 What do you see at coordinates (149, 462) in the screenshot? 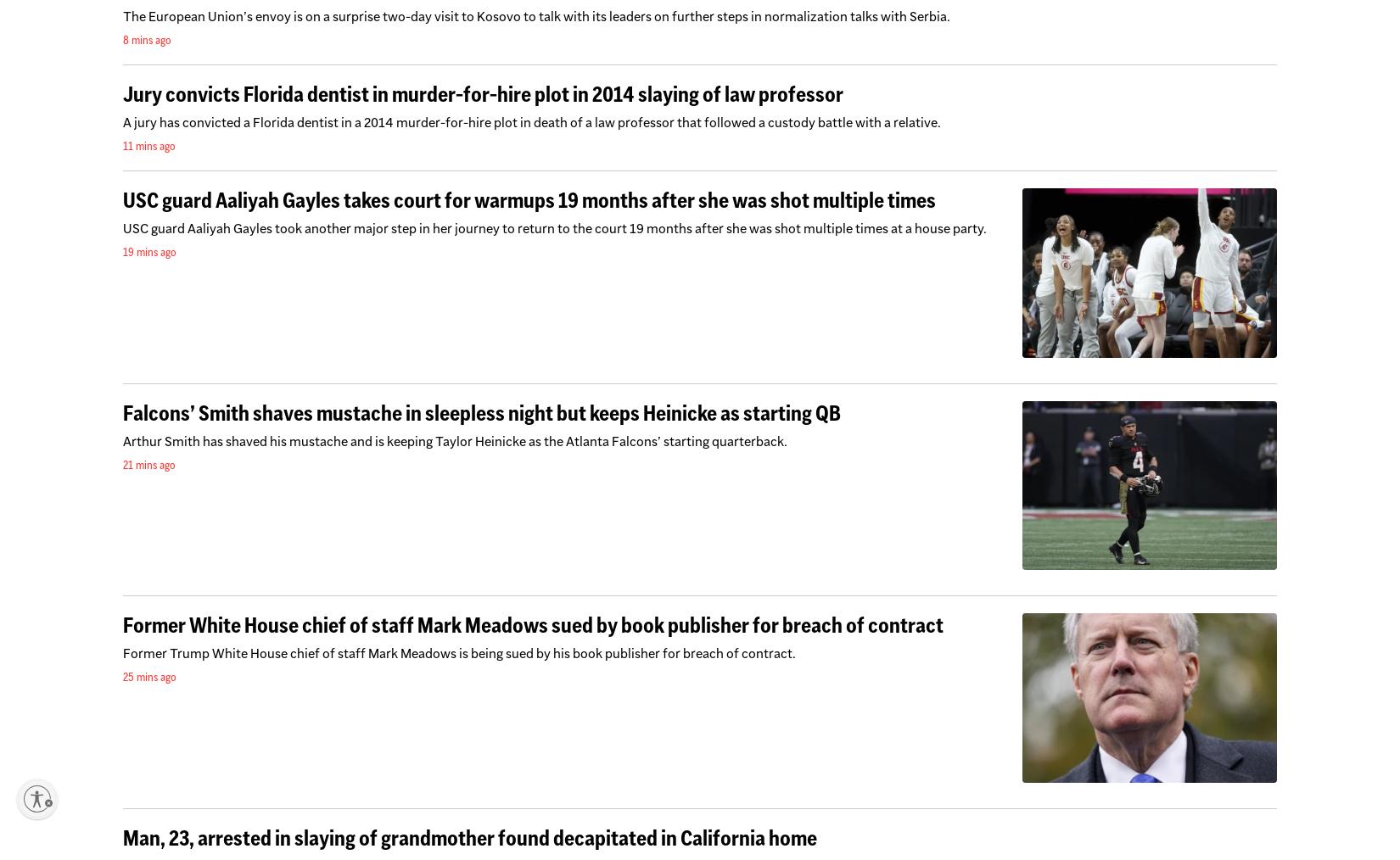
I see `'21 mins ago'` at bounding box center [149, 462].